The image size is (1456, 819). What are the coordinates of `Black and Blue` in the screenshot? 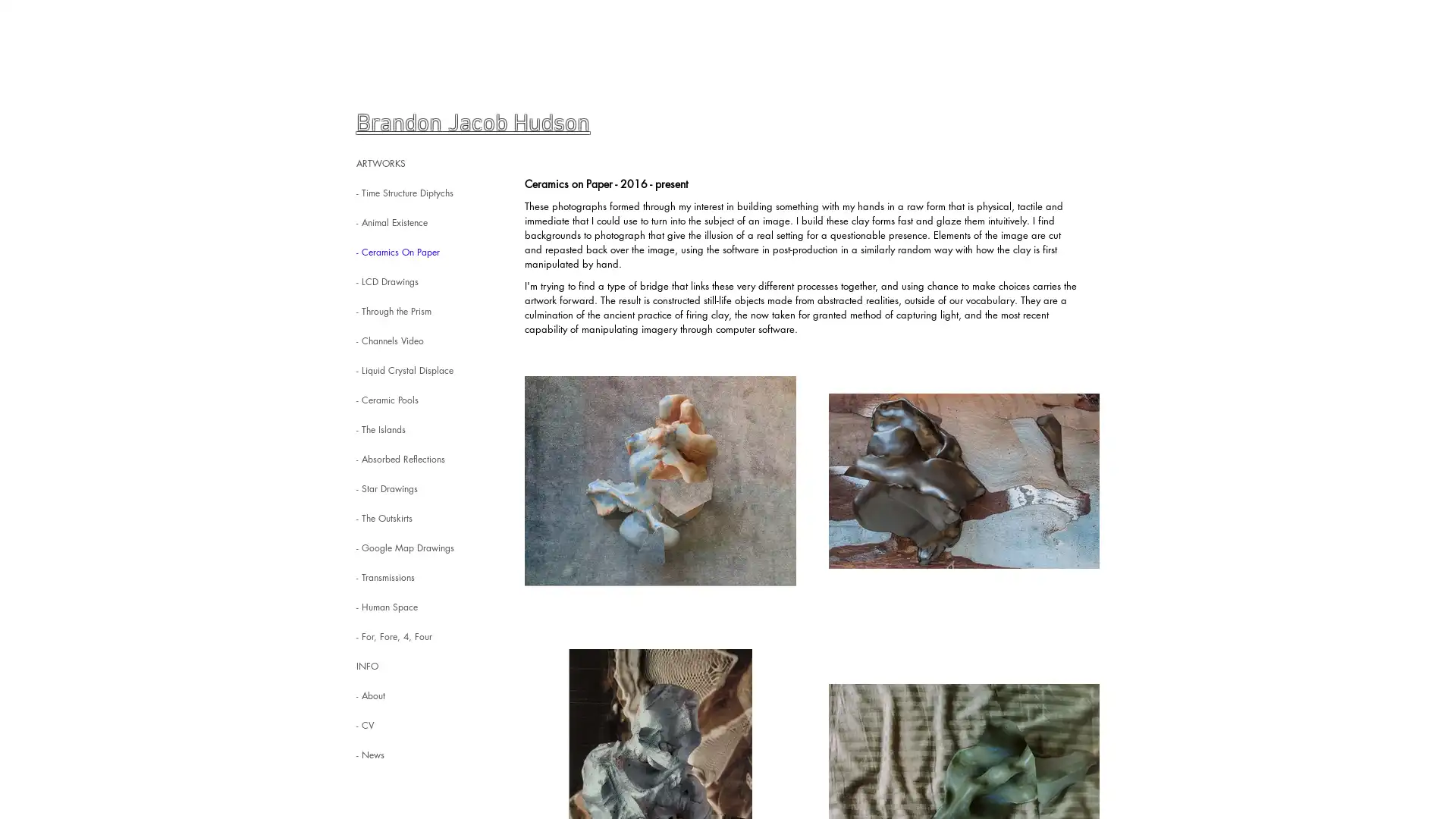 It's located at (963, 481).